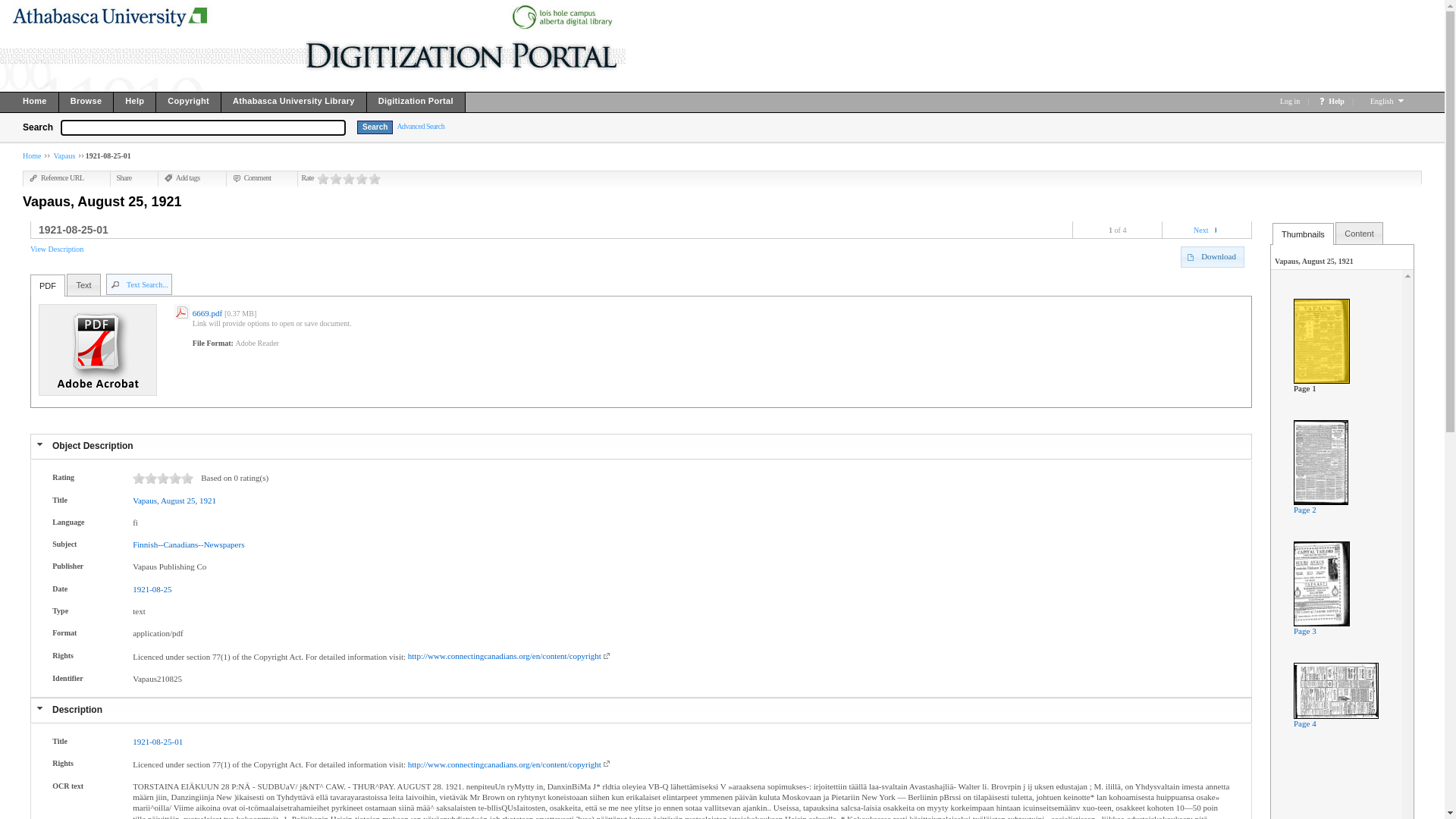  I want to click on '5', so click(375, 177).